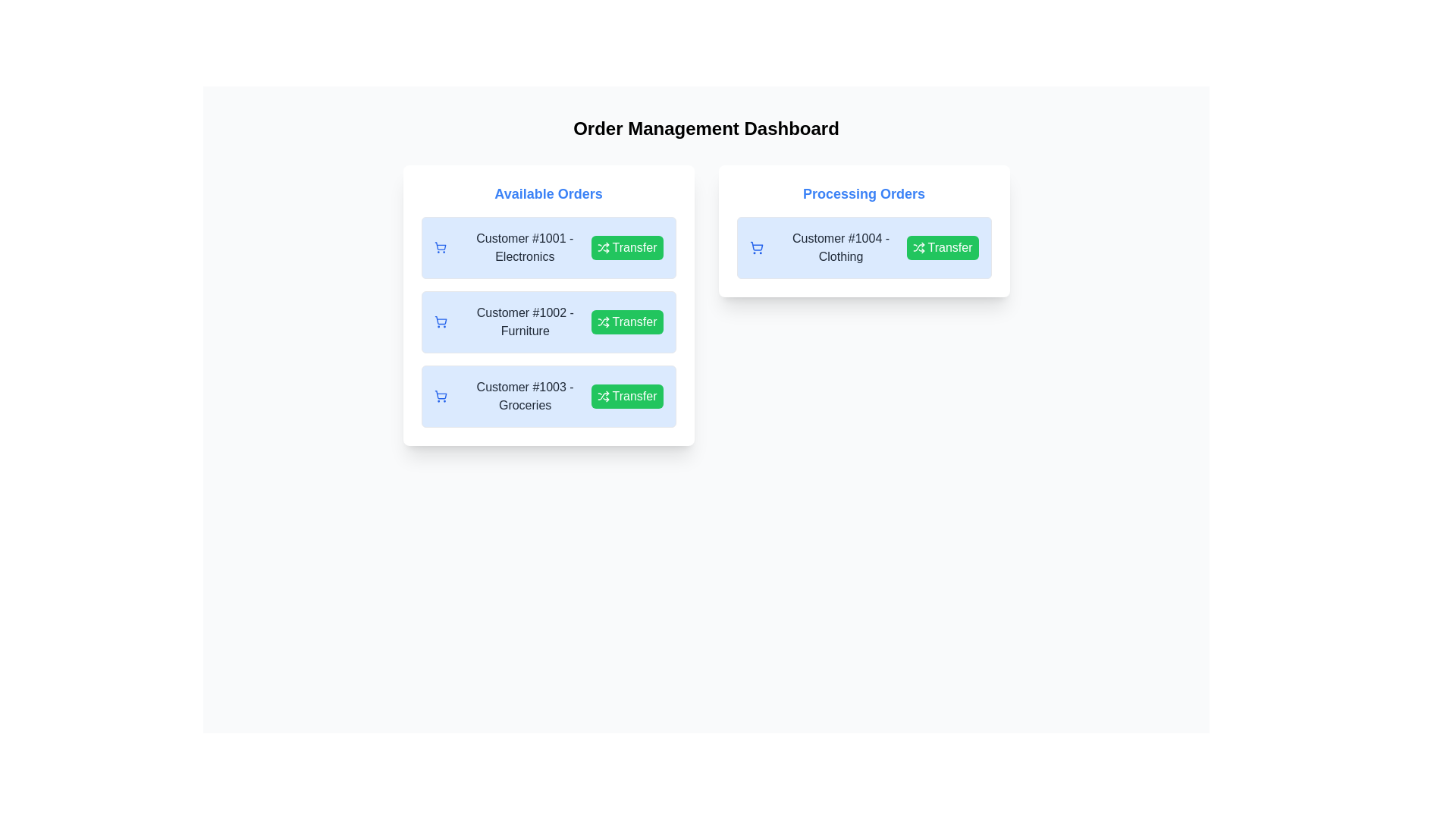 The width and height of the screenshot is (1456, 819). I want to click on the text label 'Available Orders' styled in bold and blue, located at the top of the card component on the left side of the application interface, so click(548, 193).